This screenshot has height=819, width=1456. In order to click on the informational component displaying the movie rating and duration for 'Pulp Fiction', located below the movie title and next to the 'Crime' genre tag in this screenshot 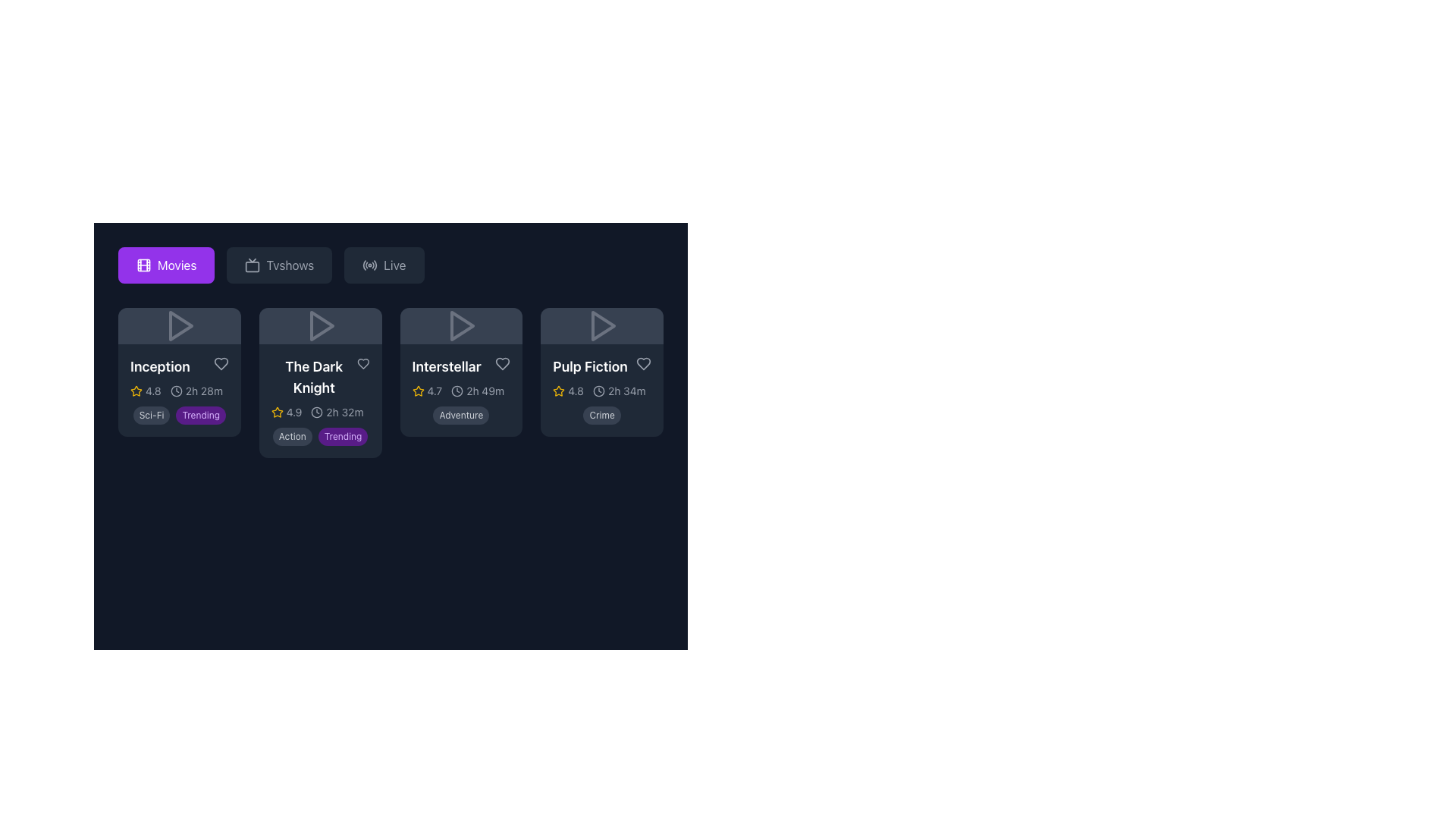, I will do `click(601, 391)`.